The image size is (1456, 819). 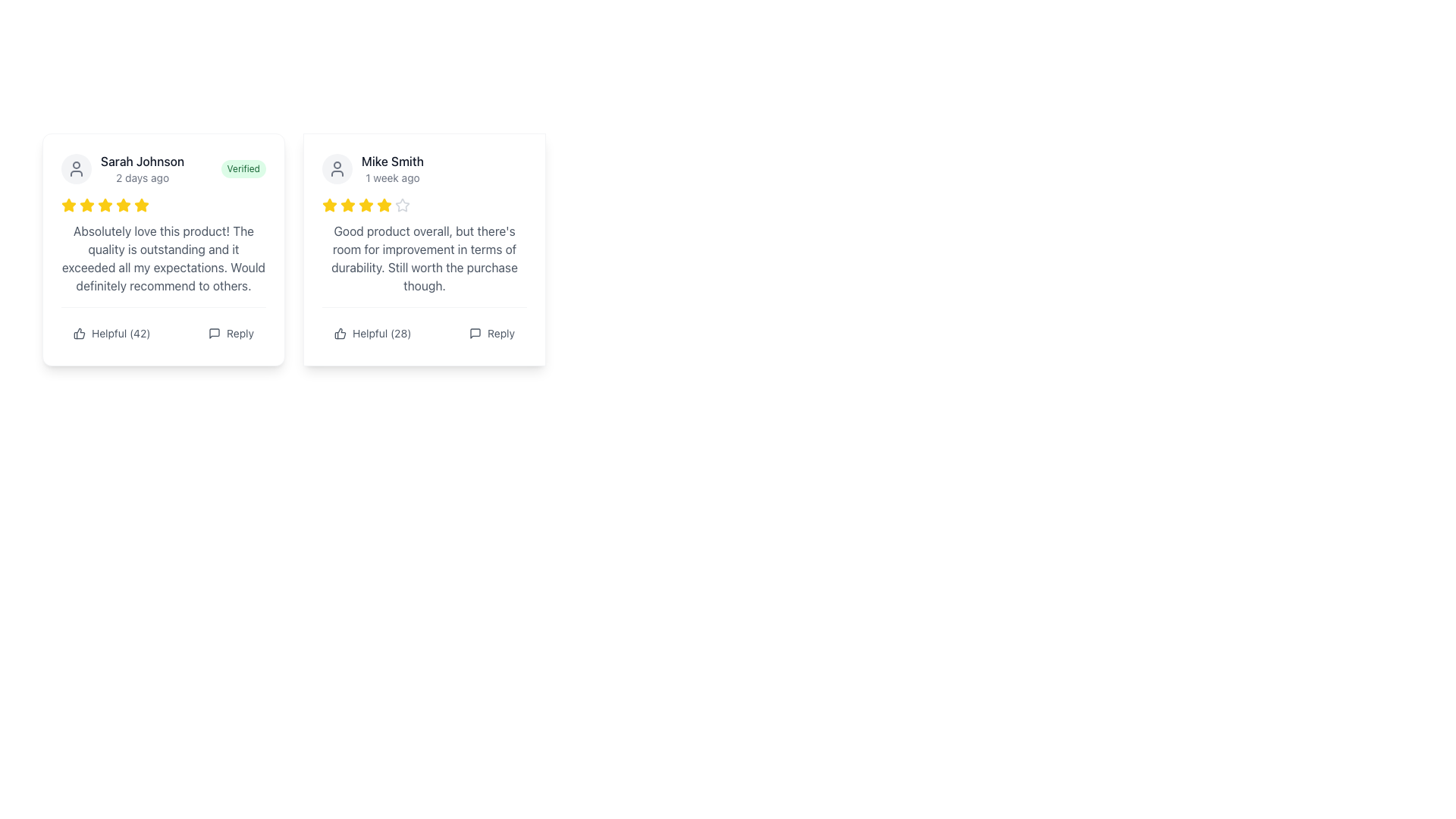 What do you see at coordinates (86, 205) in the screenshot?
I see `the yellow star icon, which is the first star in a row of five, located in the top portion of the left card containing the review from 'Sarah Johnson'` at bounding box center [86, 205].